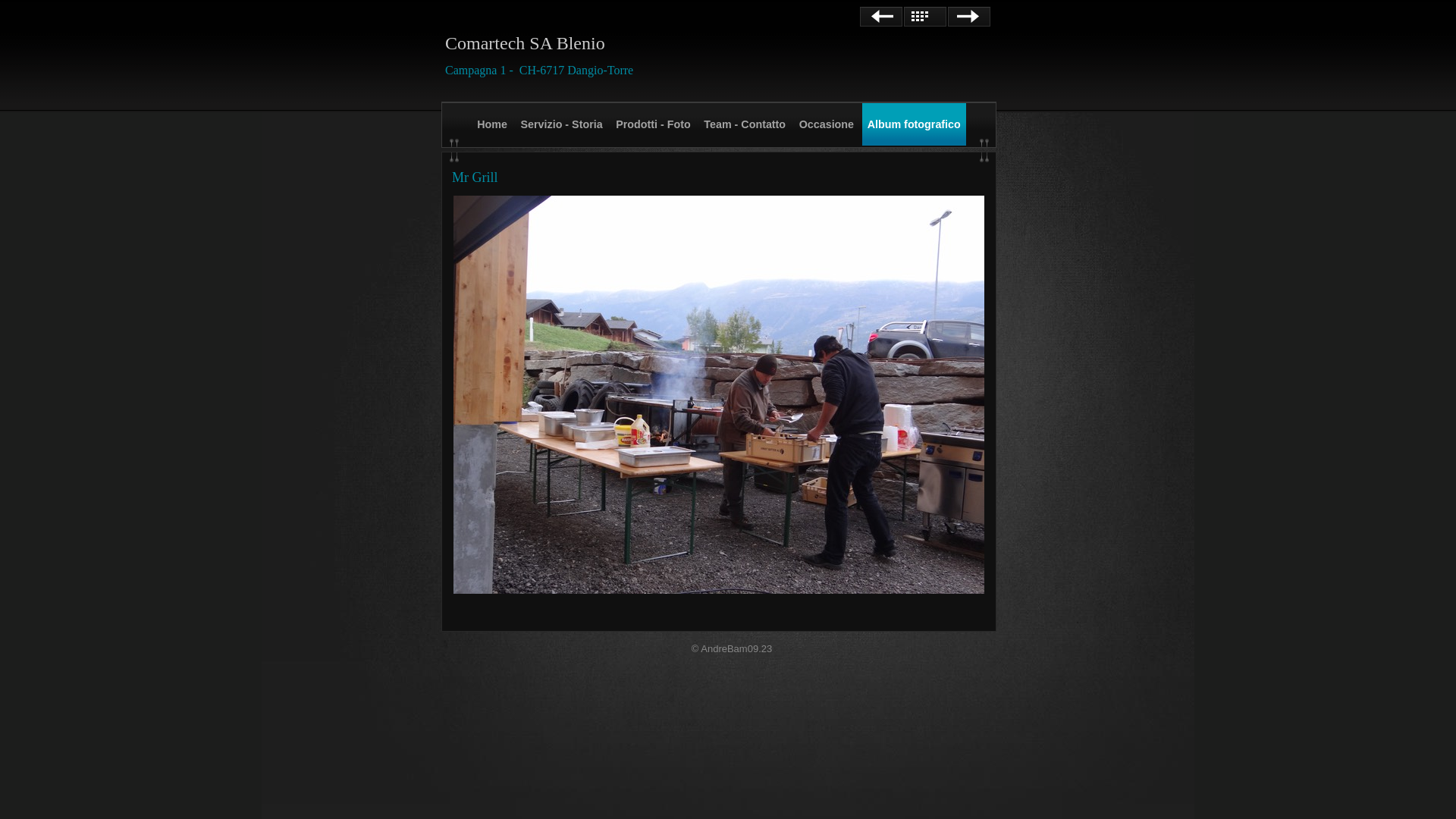 The width and height of the screenshot is (1456, 819). Describe the element at coordinates (859, 17) in the screenshot. I see `'Precedente'` at that location.